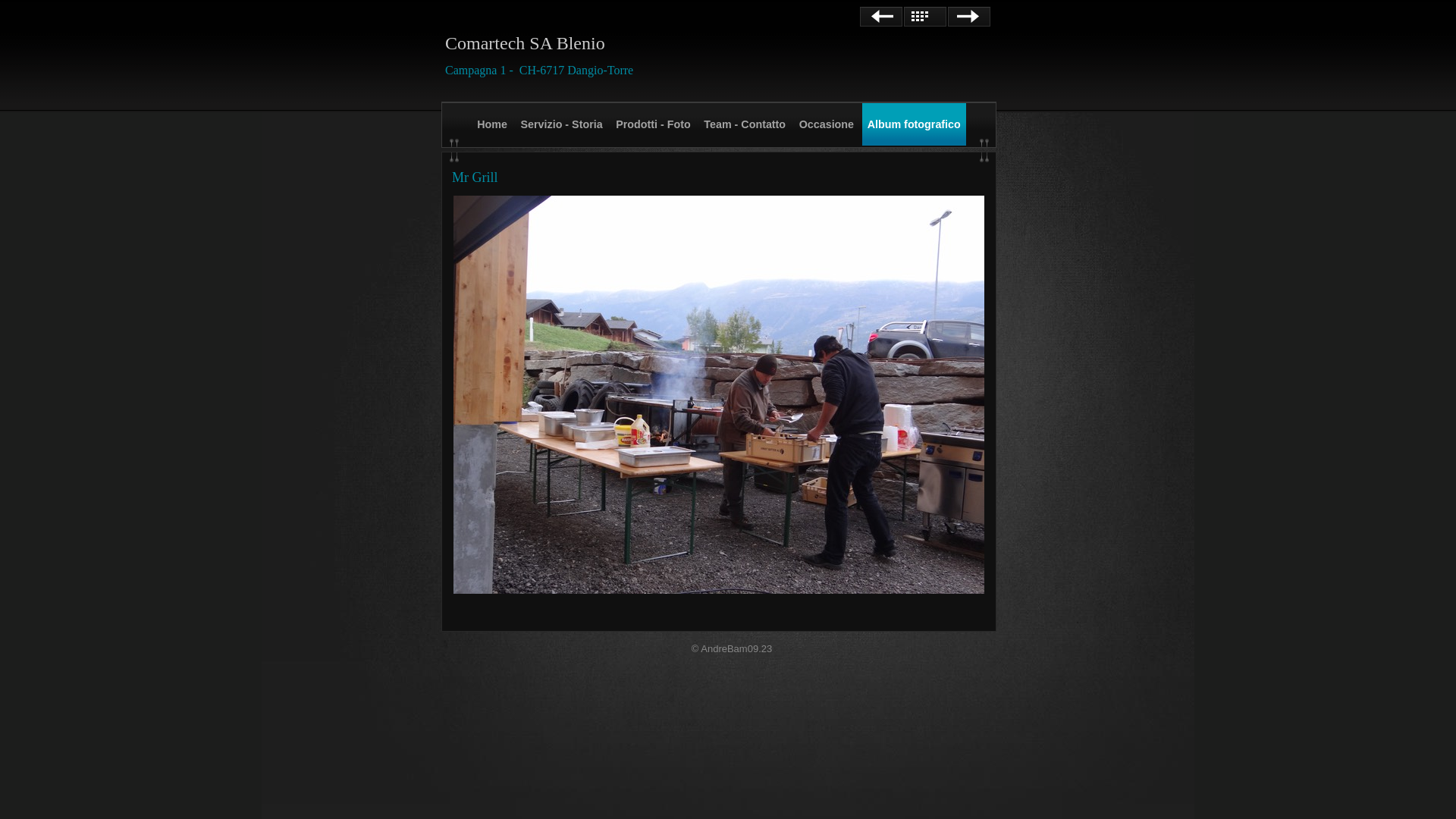 The width and height of the screenshot is (1456, 819). Describe the element at coordinates (859, 17) in the screenshot. I see `'Precedente'` at that location.